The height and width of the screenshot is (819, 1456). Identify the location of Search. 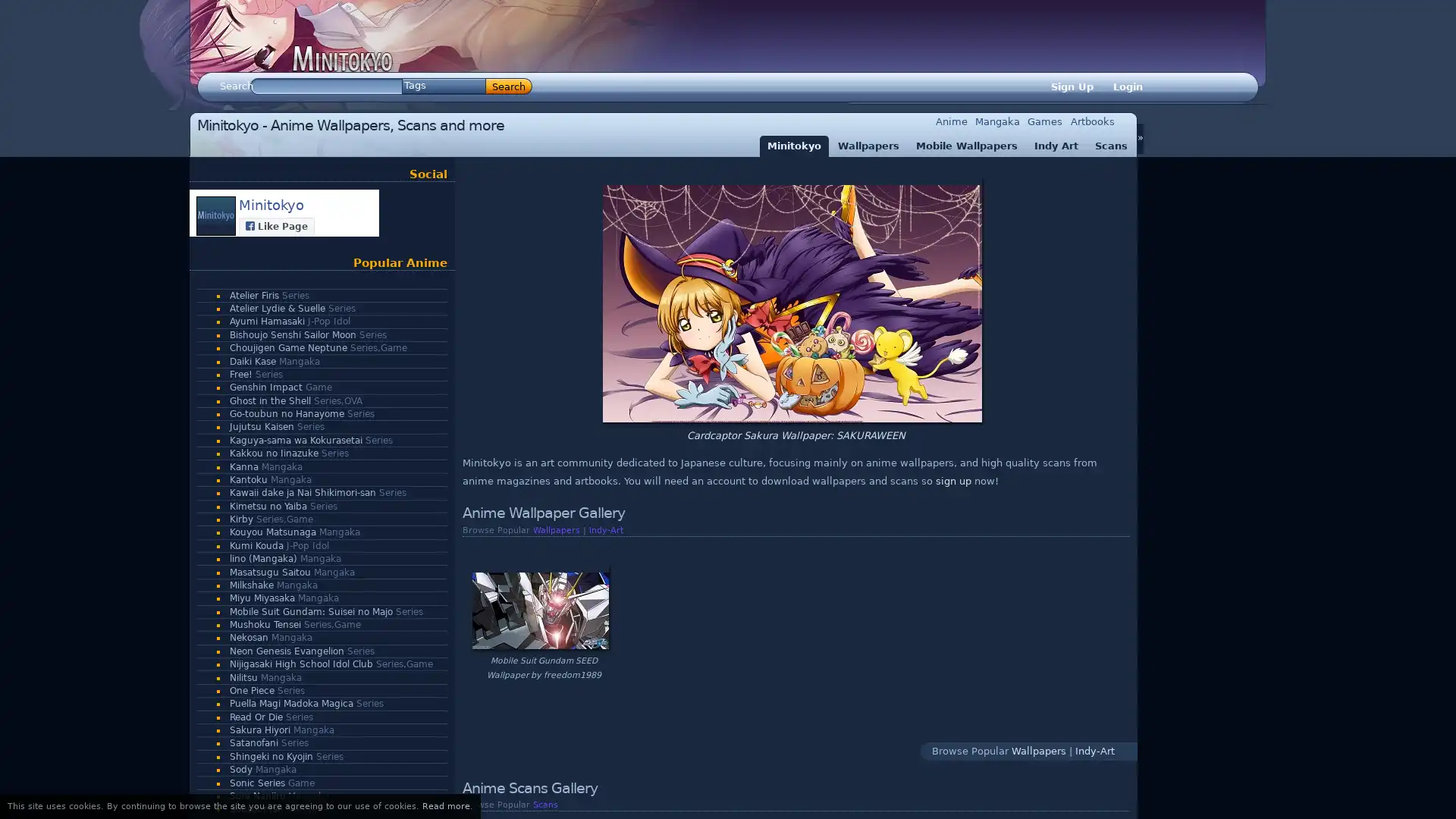
(509, 86).